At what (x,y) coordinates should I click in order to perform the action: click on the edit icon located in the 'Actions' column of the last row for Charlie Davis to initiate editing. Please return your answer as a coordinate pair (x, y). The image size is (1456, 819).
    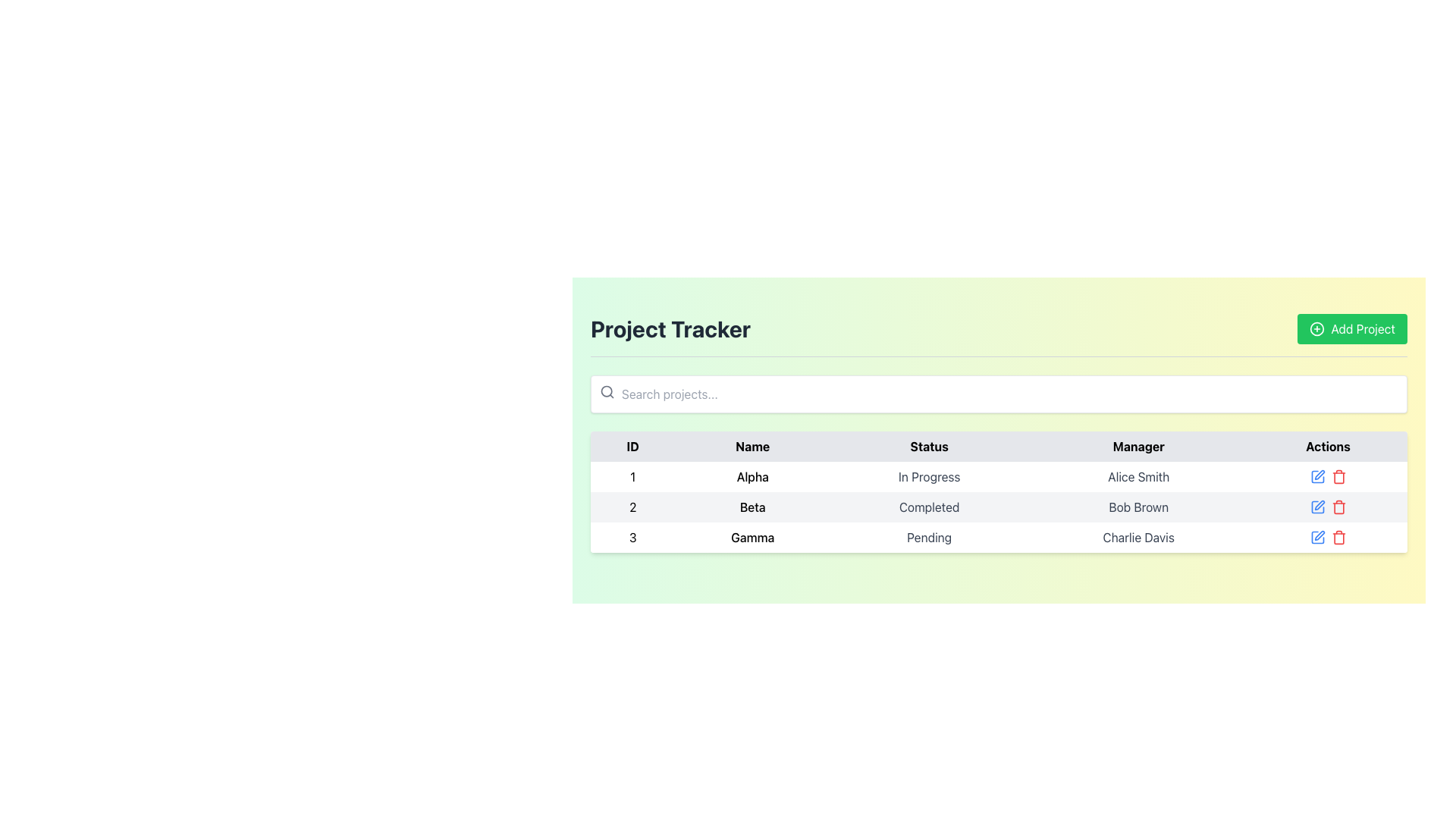
    Looking at the image, I should click on (1316, 537).